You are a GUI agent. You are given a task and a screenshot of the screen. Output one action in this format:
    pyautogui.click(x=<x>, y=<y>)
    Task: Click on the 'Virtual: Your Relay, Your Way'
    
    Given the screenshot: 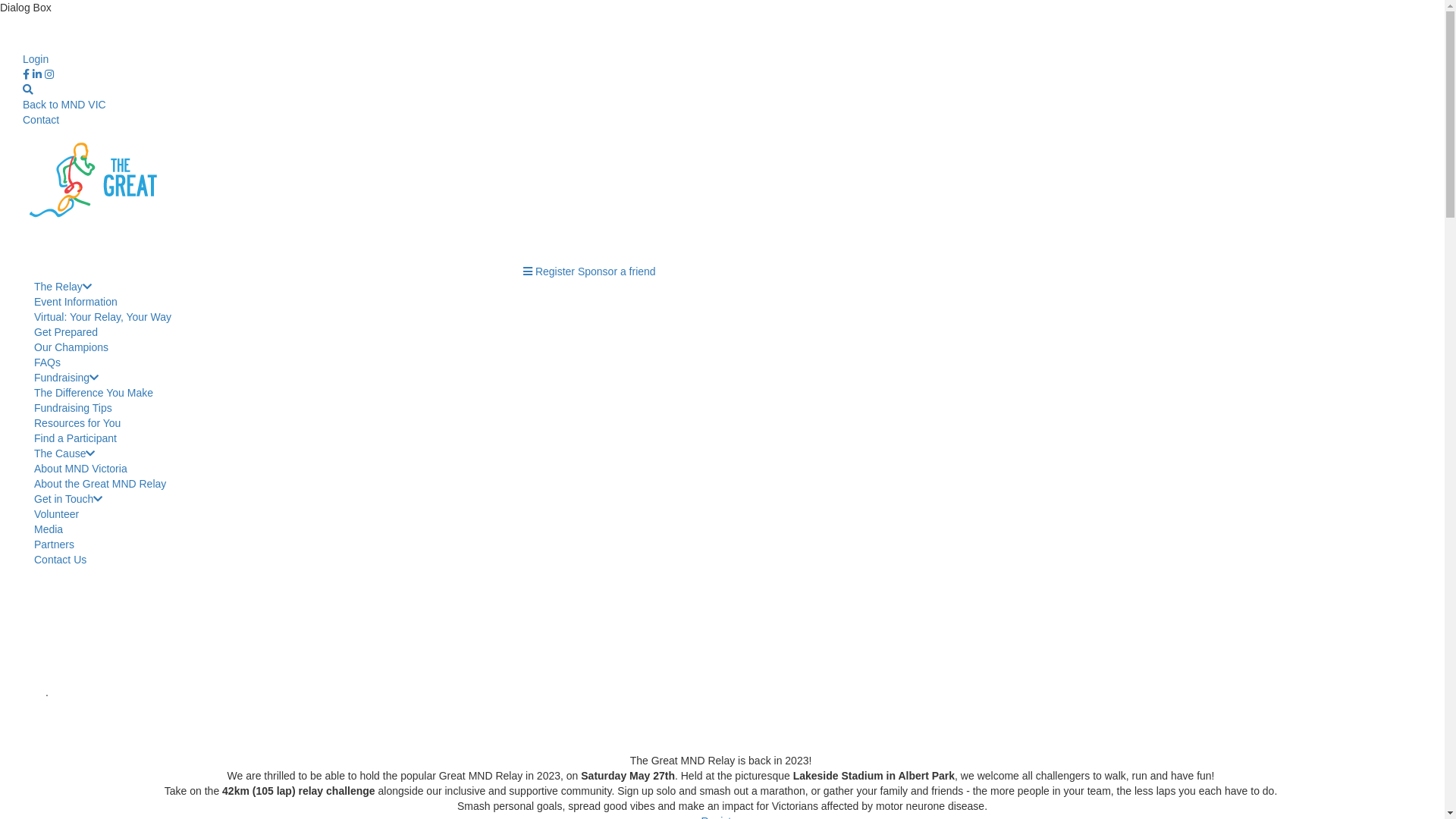 What is the action you would take?
    pyautogui.click(x=102, y=315)
    